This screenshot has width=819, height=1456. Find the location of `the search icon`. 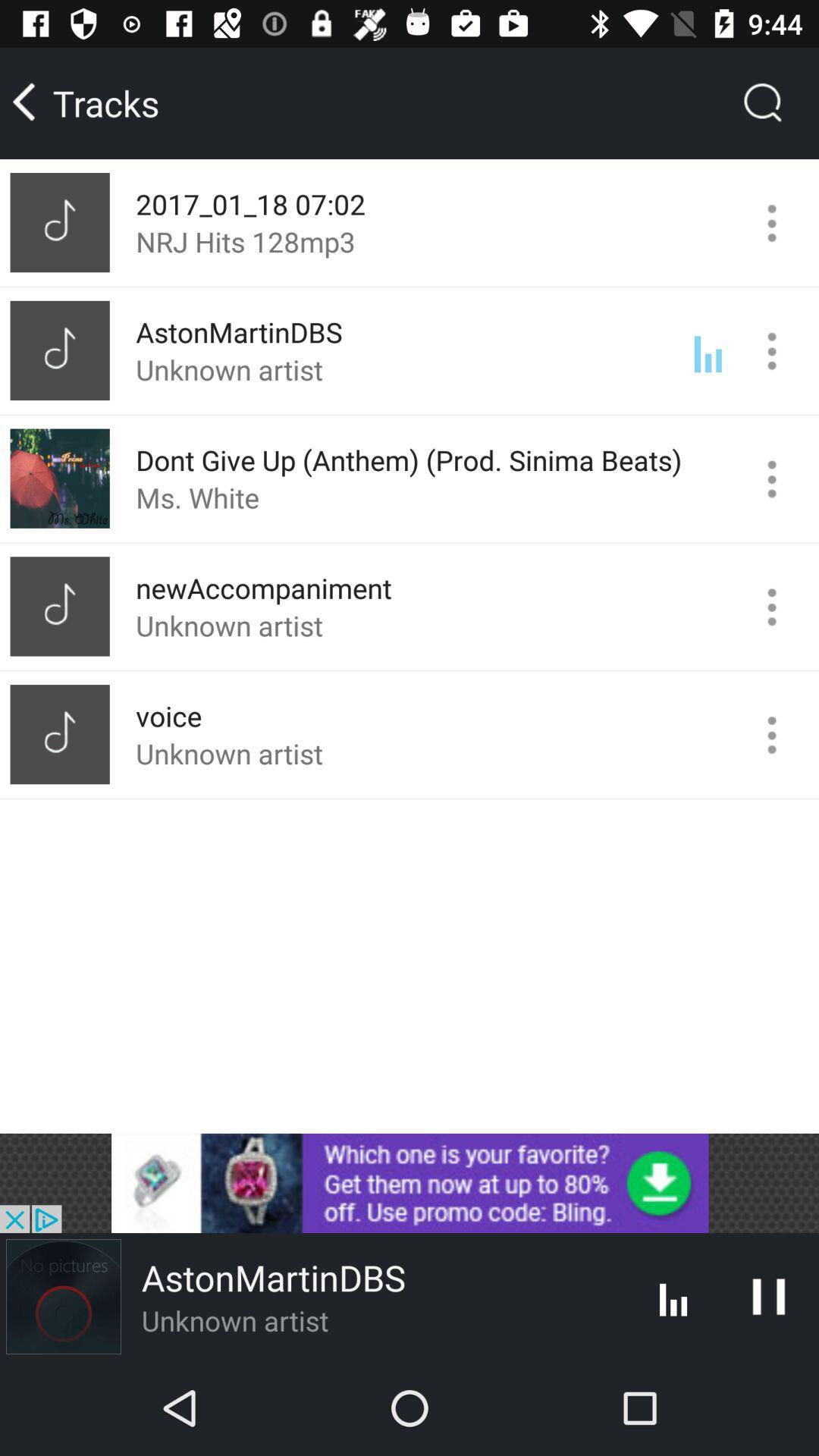

the search icon is located at coordinates (763, 102).